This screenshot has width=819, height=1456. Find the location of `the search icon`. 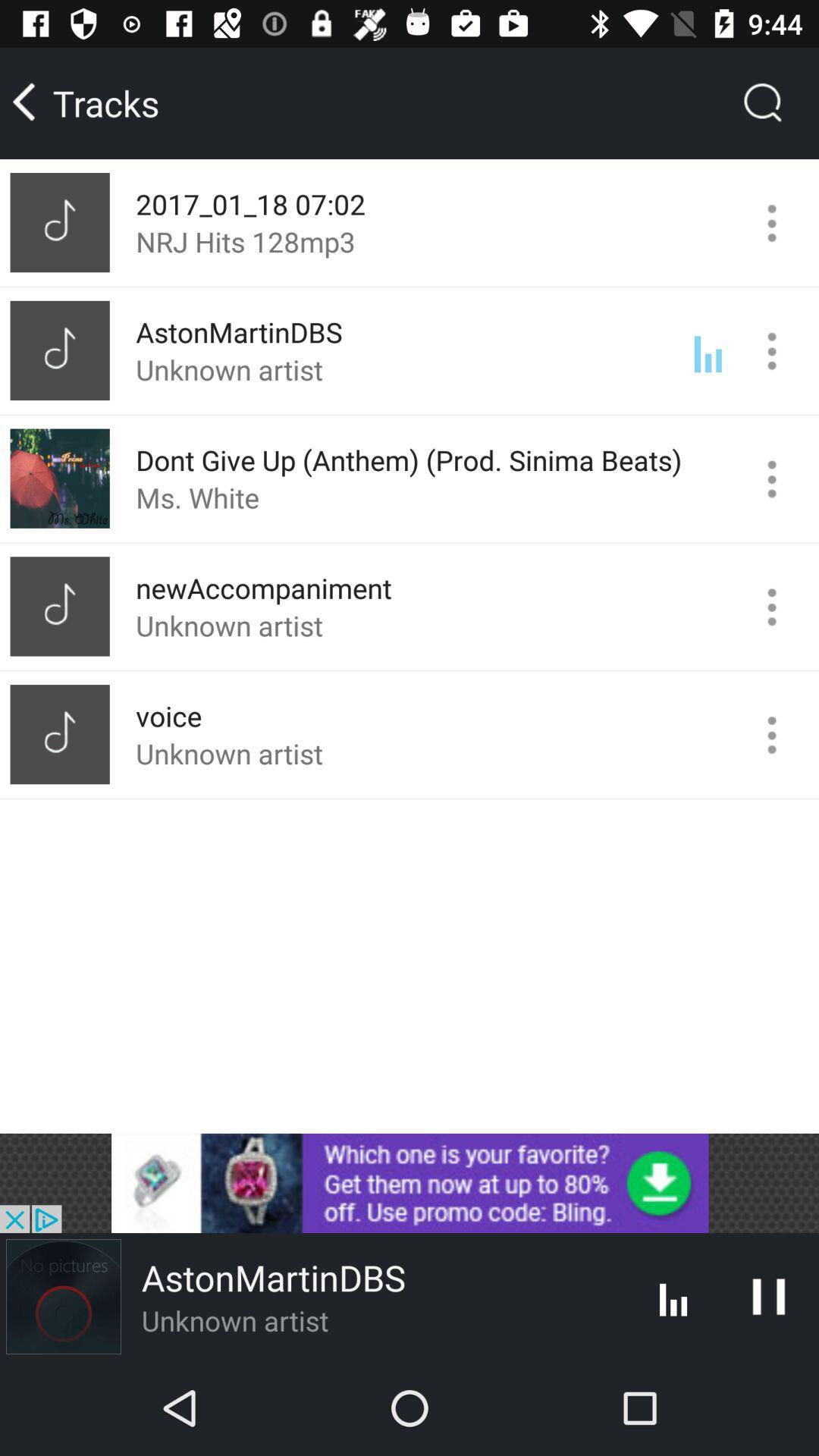

the search icon is located at coordinates (763, 102).